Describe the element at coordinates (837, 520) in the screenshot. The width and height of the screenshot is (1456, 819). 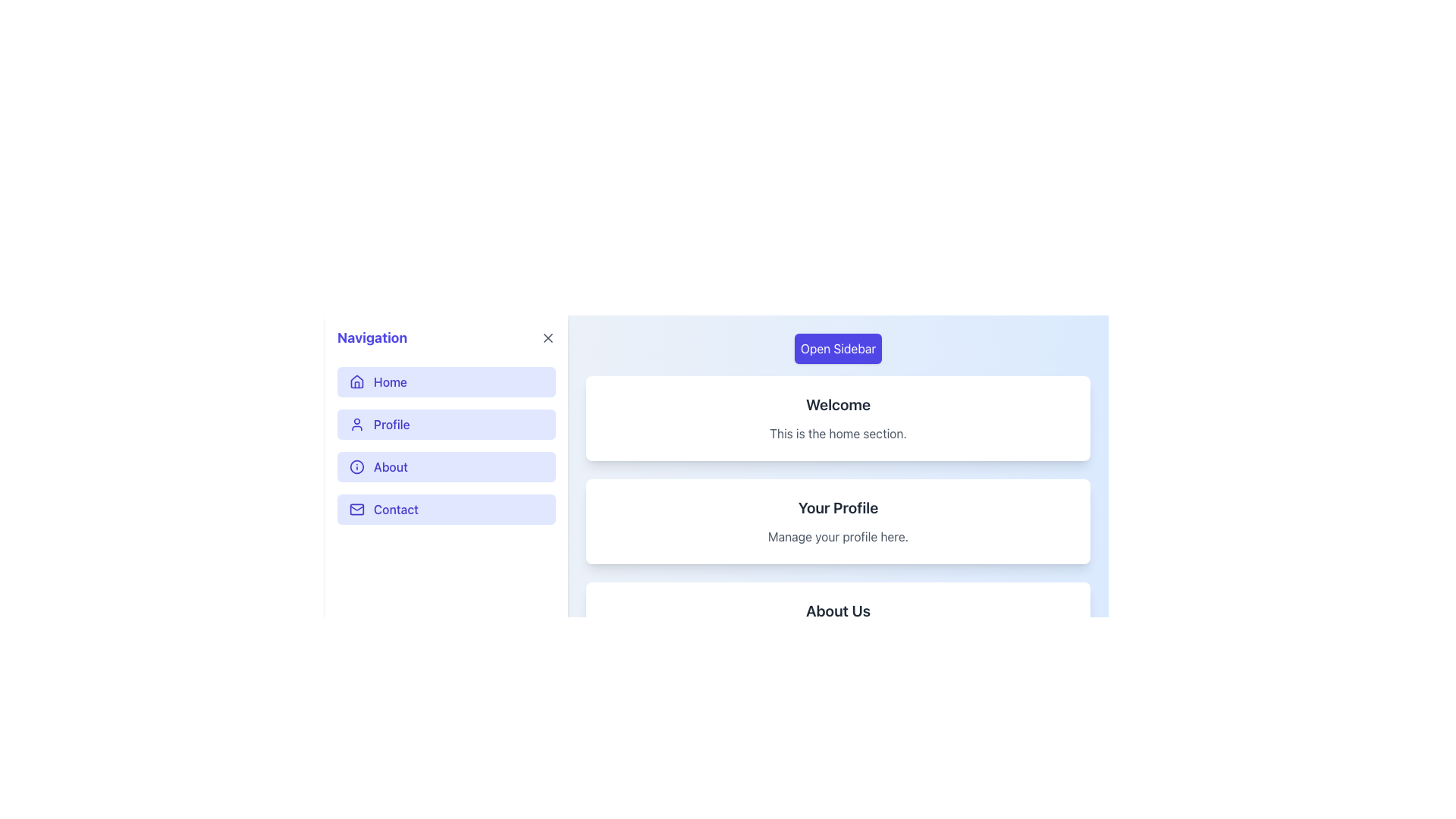
I see `text content of the Informational Panel located below the 'Welcome' card and above the 'About Us' card in the central content area of the application` at that location.